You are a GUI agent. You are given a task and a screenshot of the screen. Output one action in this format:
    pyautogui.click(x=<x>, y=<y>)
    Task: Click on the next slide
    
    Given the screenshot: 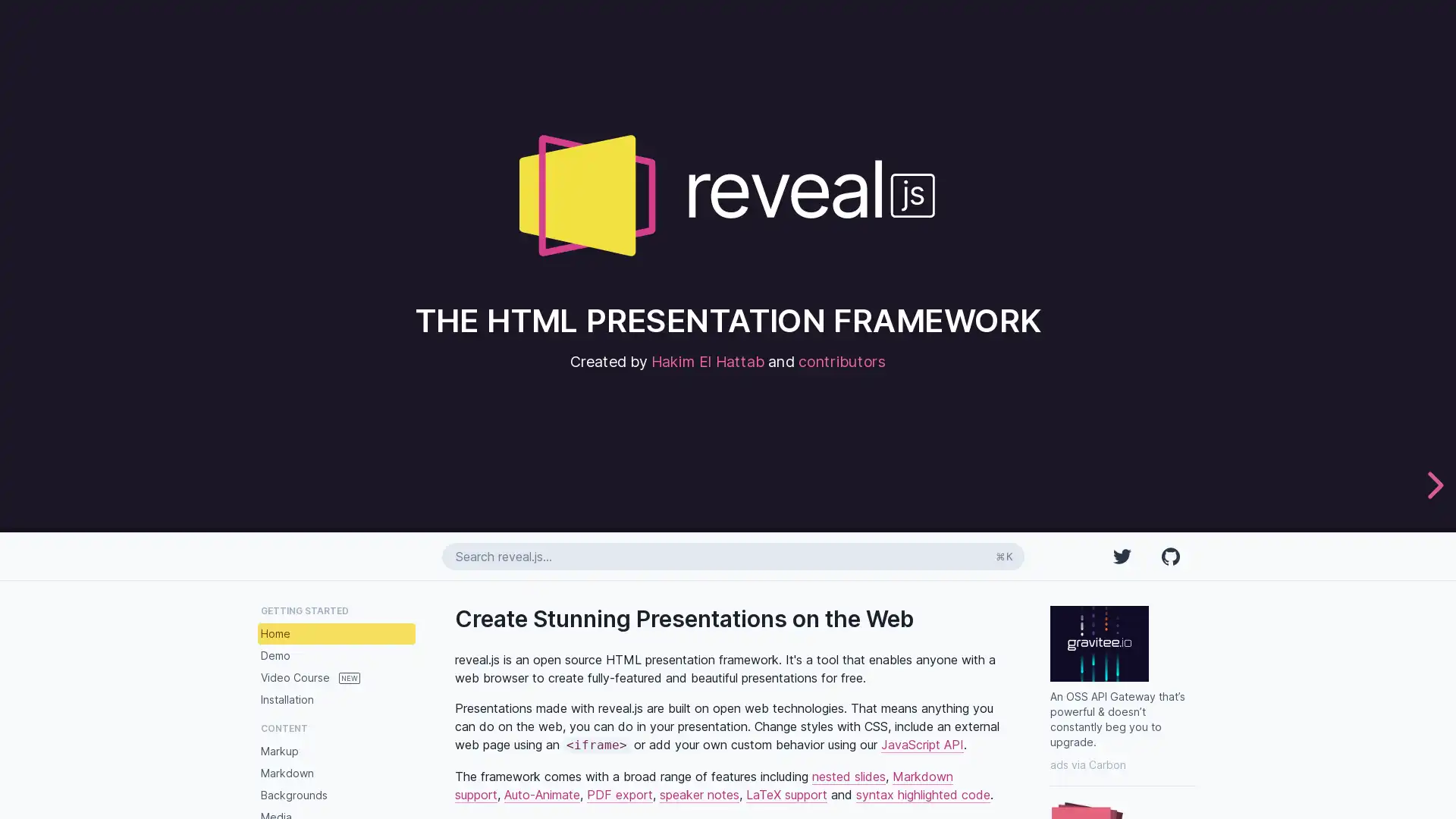 What is the action you would take?
    pyautogui.click(x=1432, y=485)
    